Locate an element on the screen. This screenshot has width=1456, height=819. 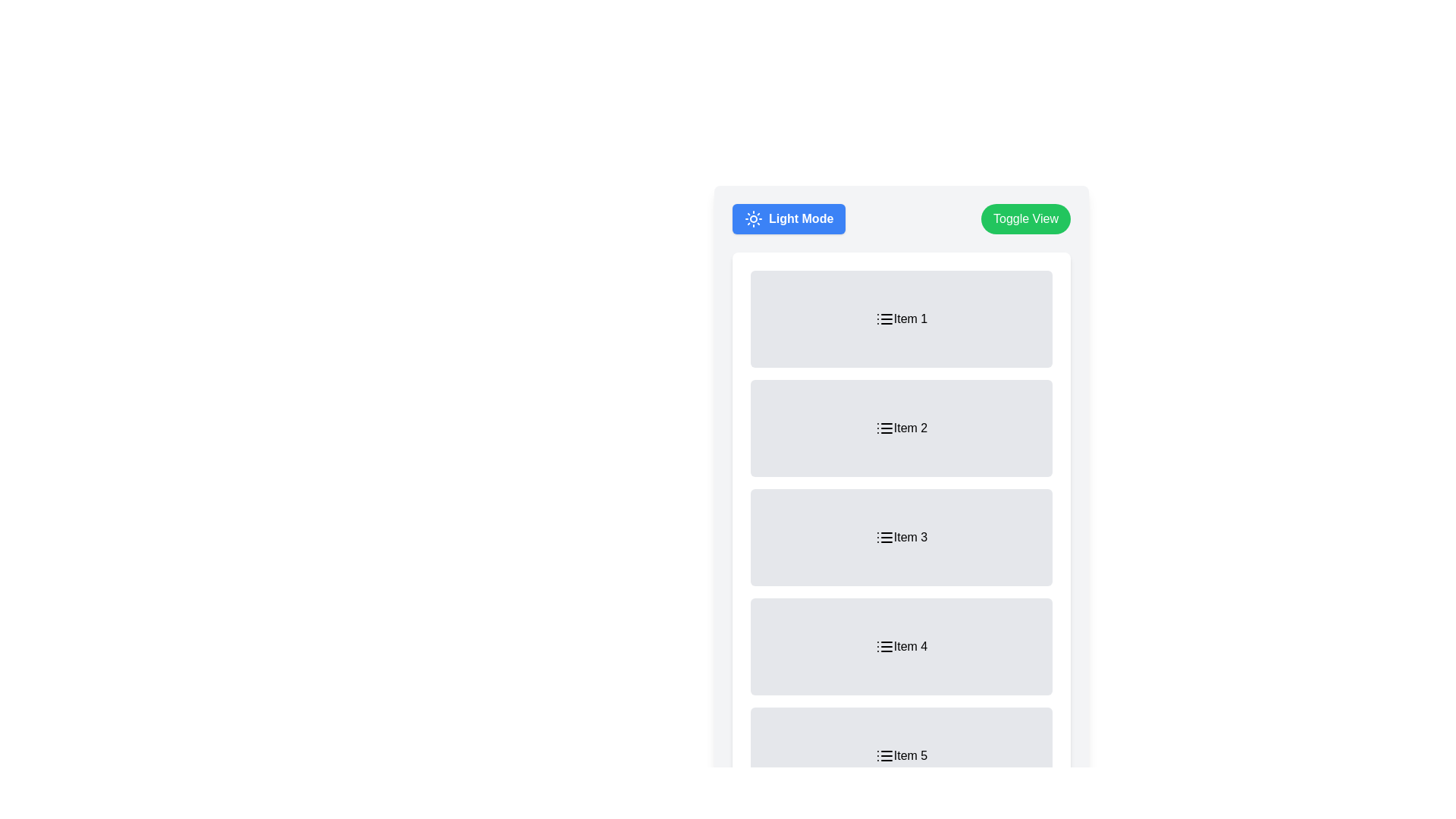
the 'Light Mode' button which has a blue background, white text, and a sun icon on the left is located at coordinates (789, 219).